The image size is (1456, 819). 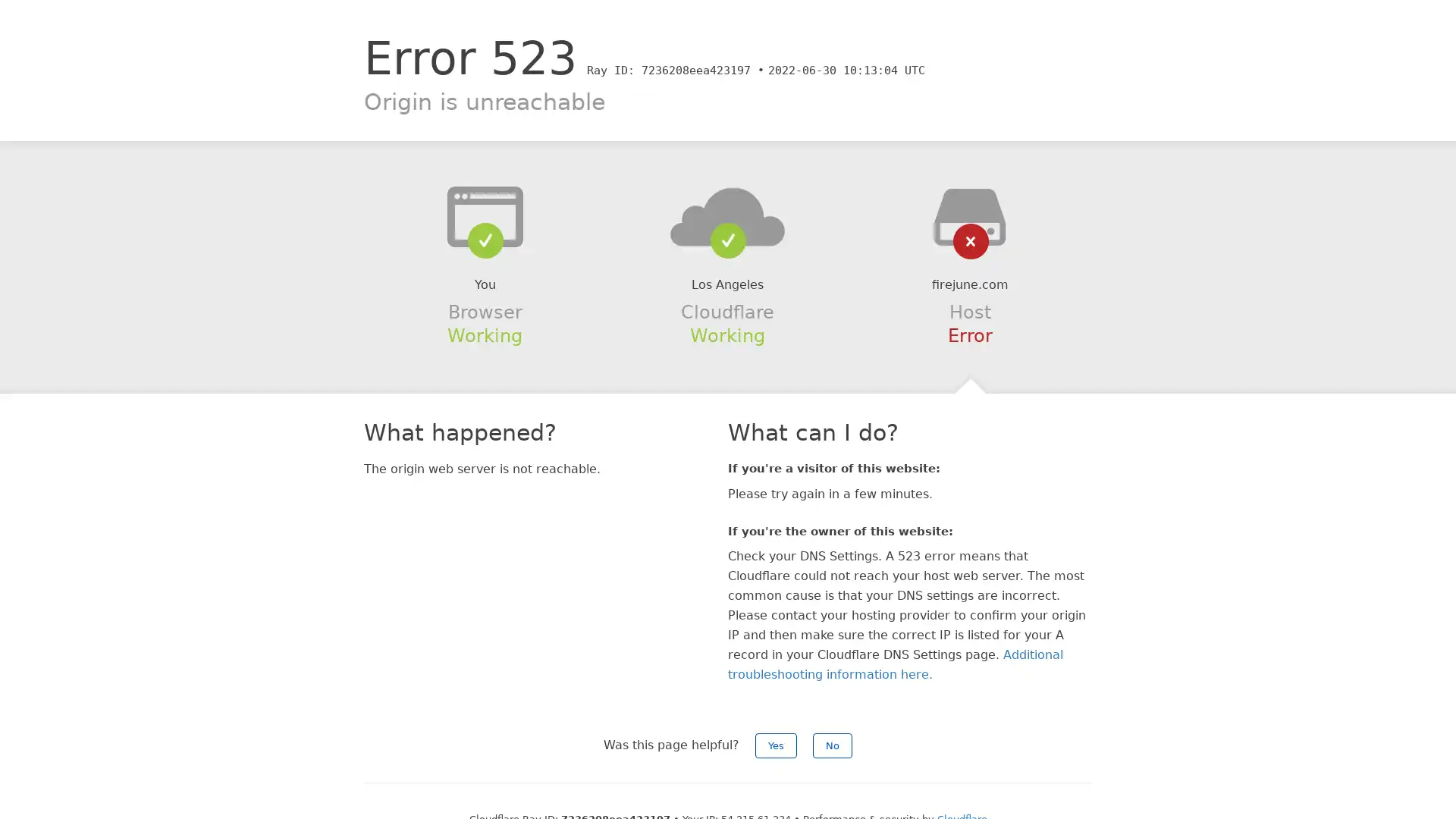 I want to click on Yes, so click(x=776, y=745).